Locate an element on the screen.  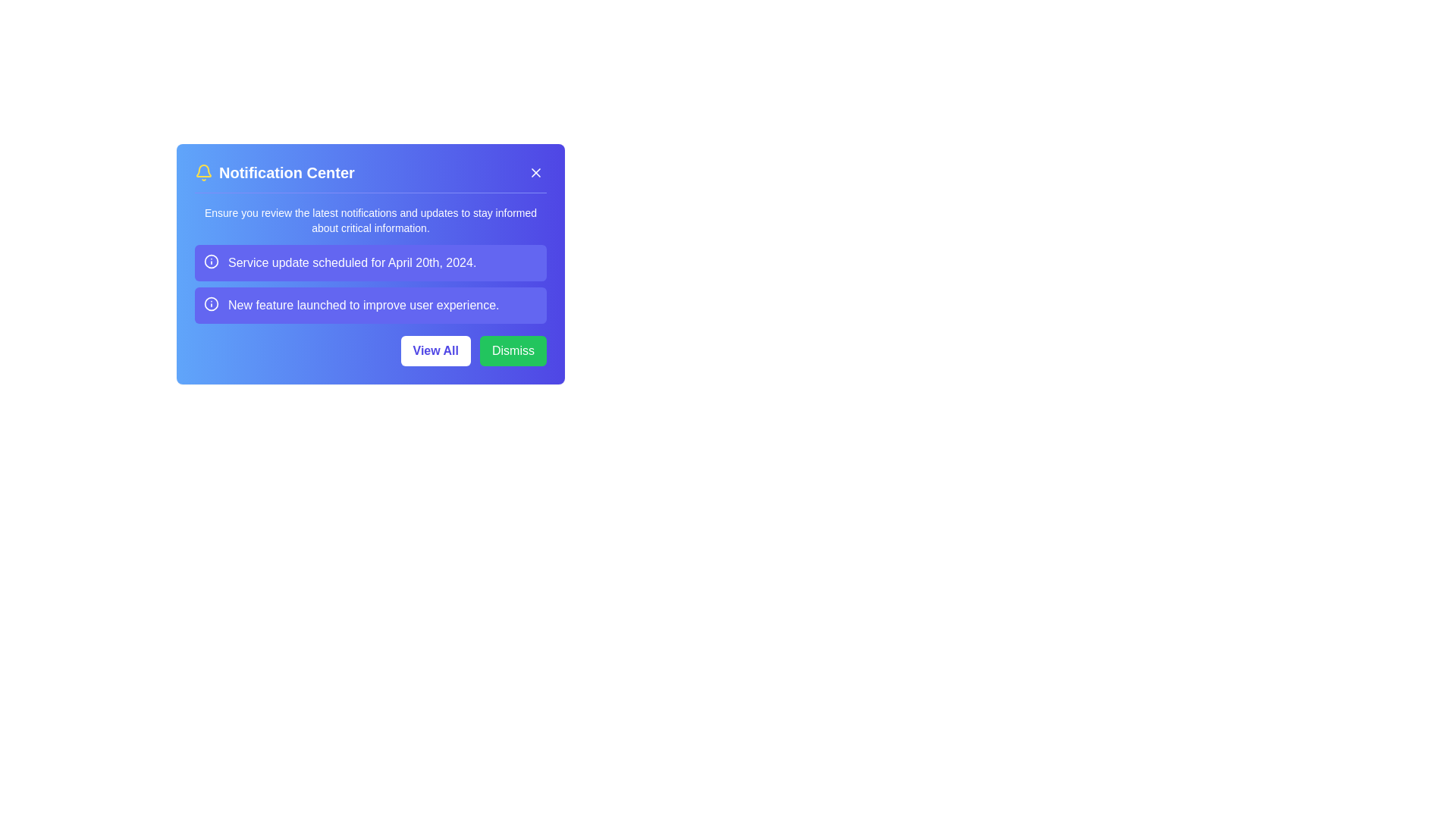
the notification box displaying the message 'New feature launched to improve user experience.' which is the second notification in the Notification Center panel is located at coordinates (371, 305).